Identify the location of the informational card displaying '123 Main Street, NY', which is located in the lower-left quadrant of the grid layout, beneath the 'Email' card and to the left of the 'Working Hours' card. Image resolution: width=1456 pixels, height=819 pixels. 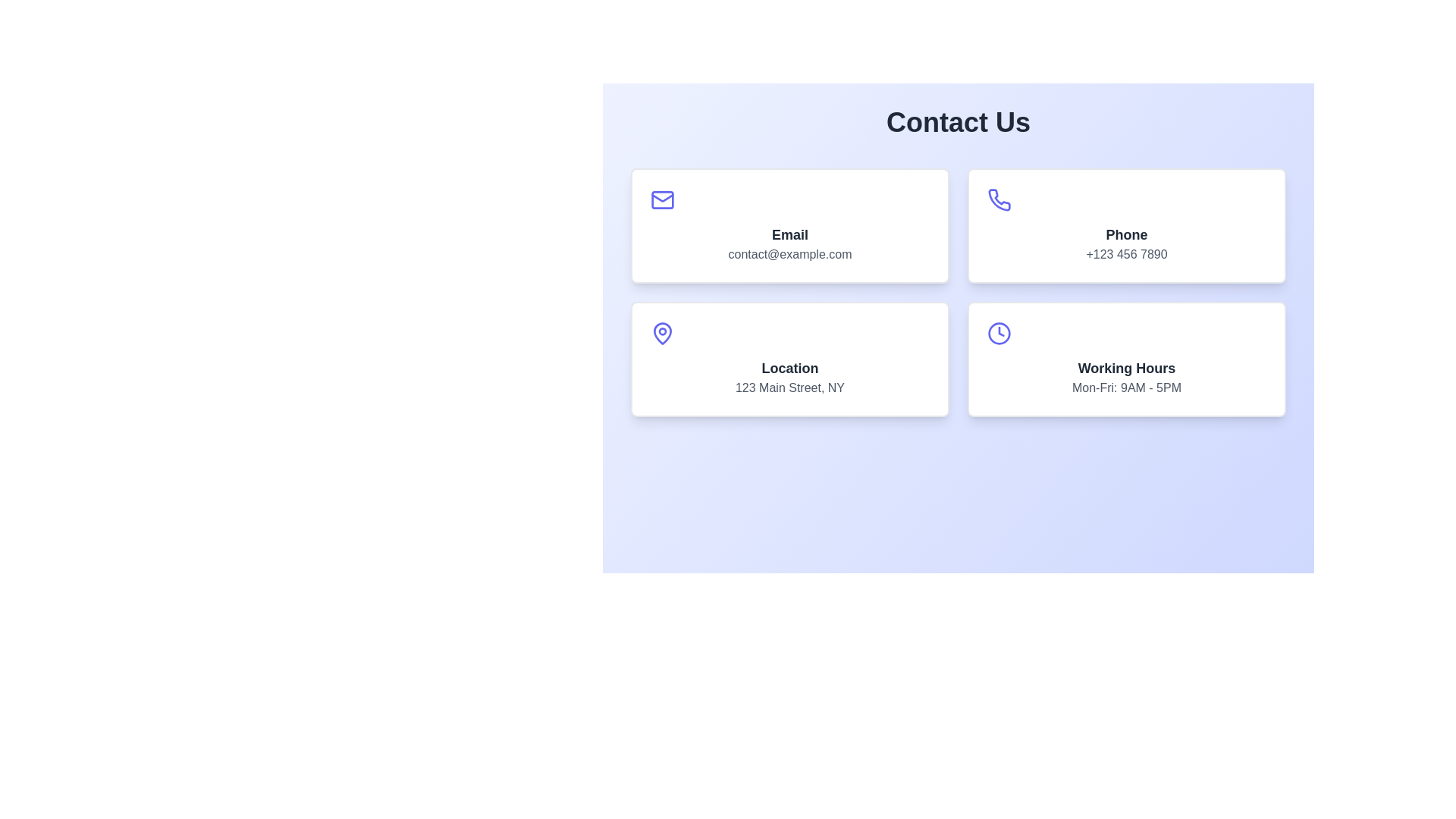
(789, 359).